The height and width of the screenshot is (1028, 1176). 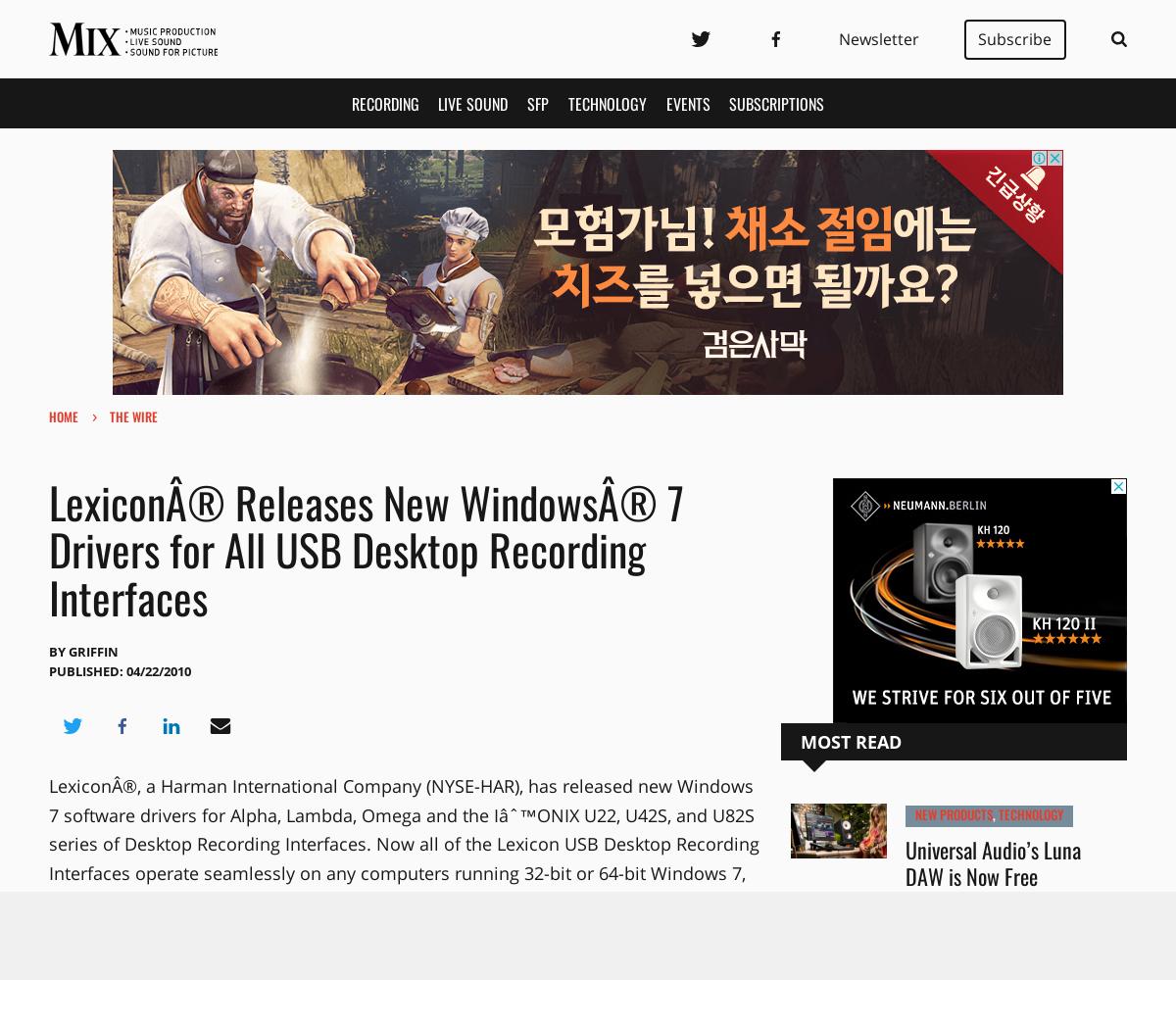 I want to click on 'Events', so click(x=687, y=102).